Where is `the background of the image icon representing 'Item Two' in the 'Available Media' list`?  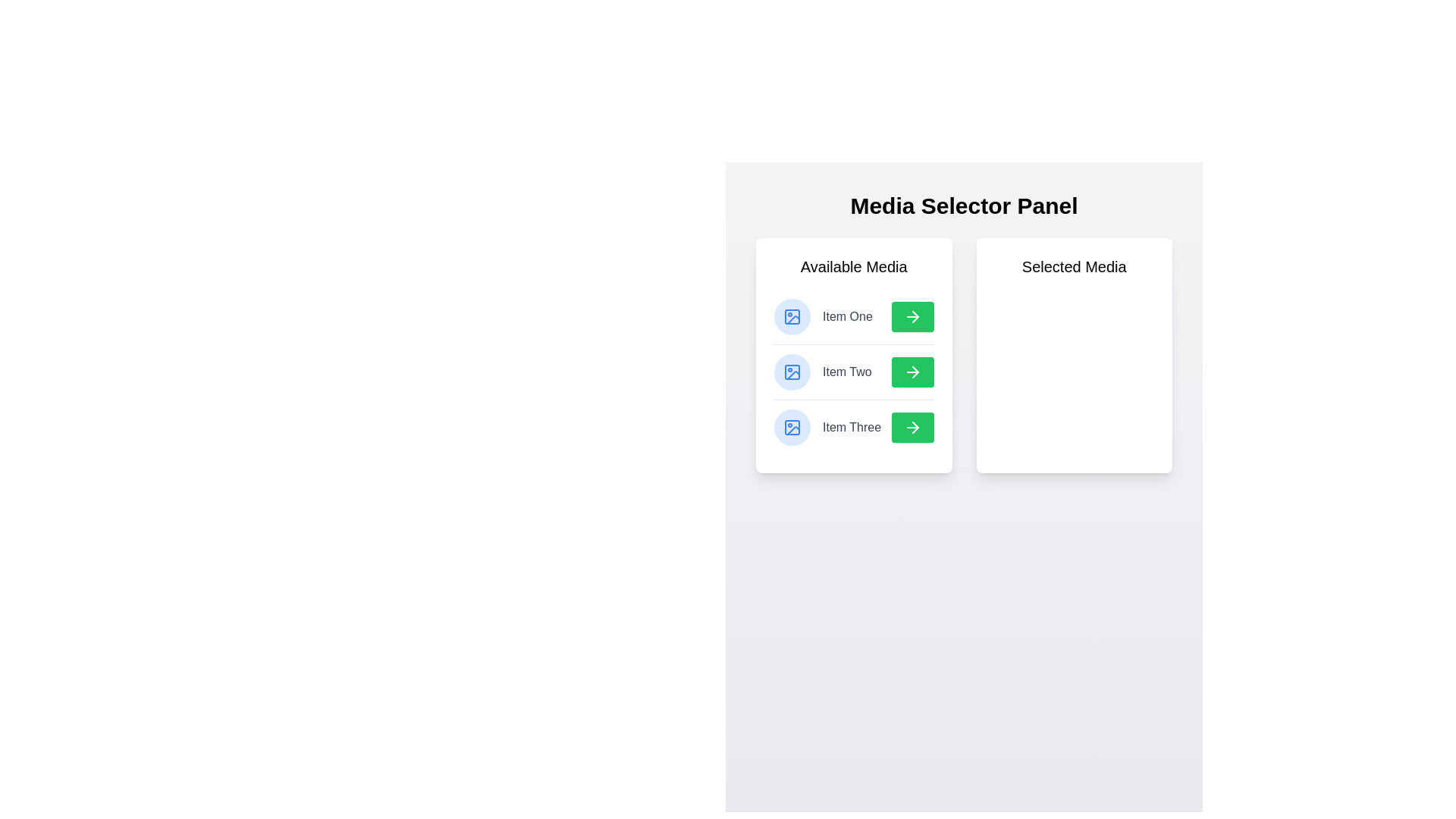
the background of the image icon representing 'Item Two' in the 'Available Media' list is located at coordinates (792, 372).